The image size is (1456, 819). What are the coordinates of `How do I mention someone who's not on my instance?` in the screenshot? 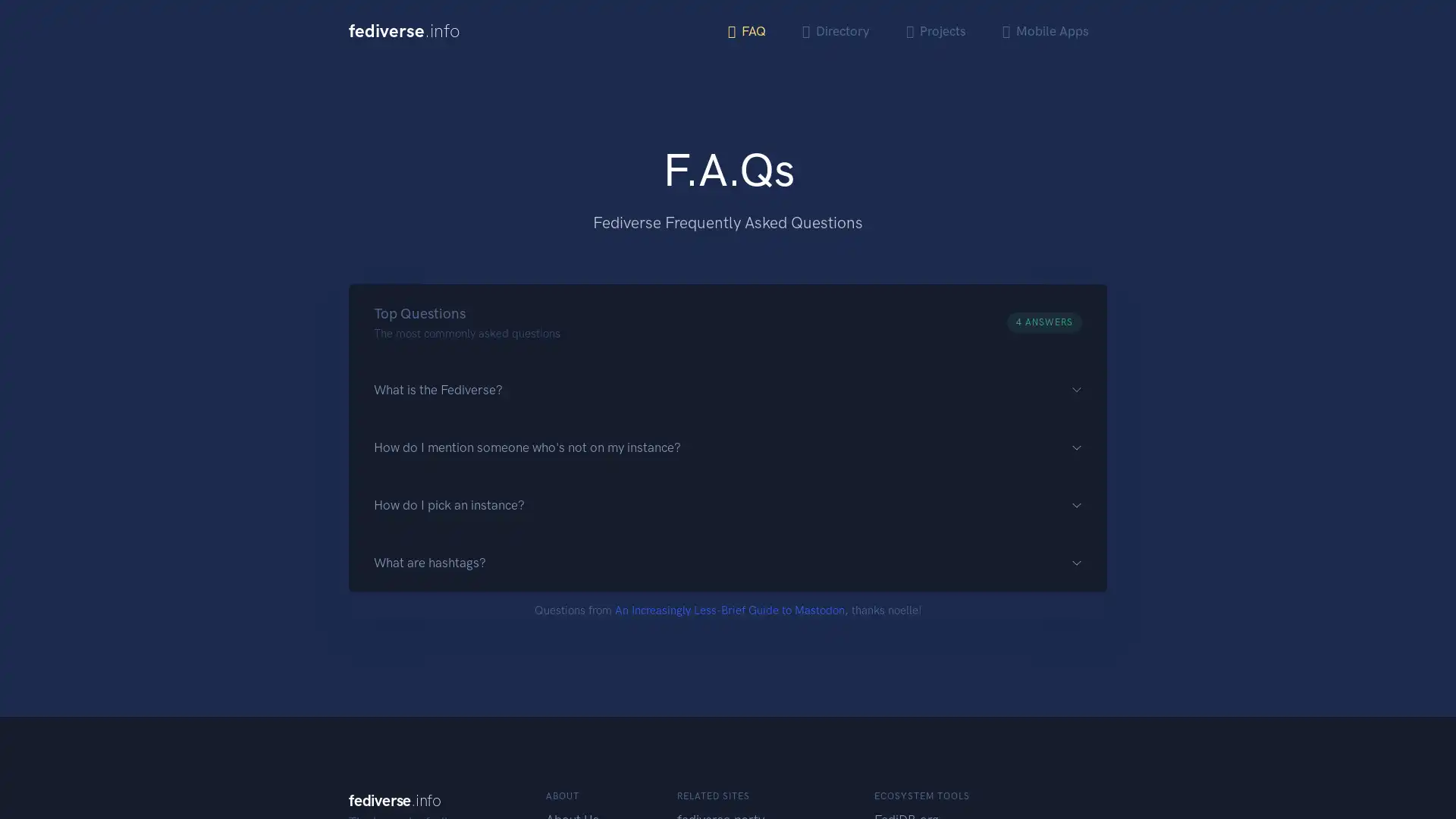 It's located at (728, 446).